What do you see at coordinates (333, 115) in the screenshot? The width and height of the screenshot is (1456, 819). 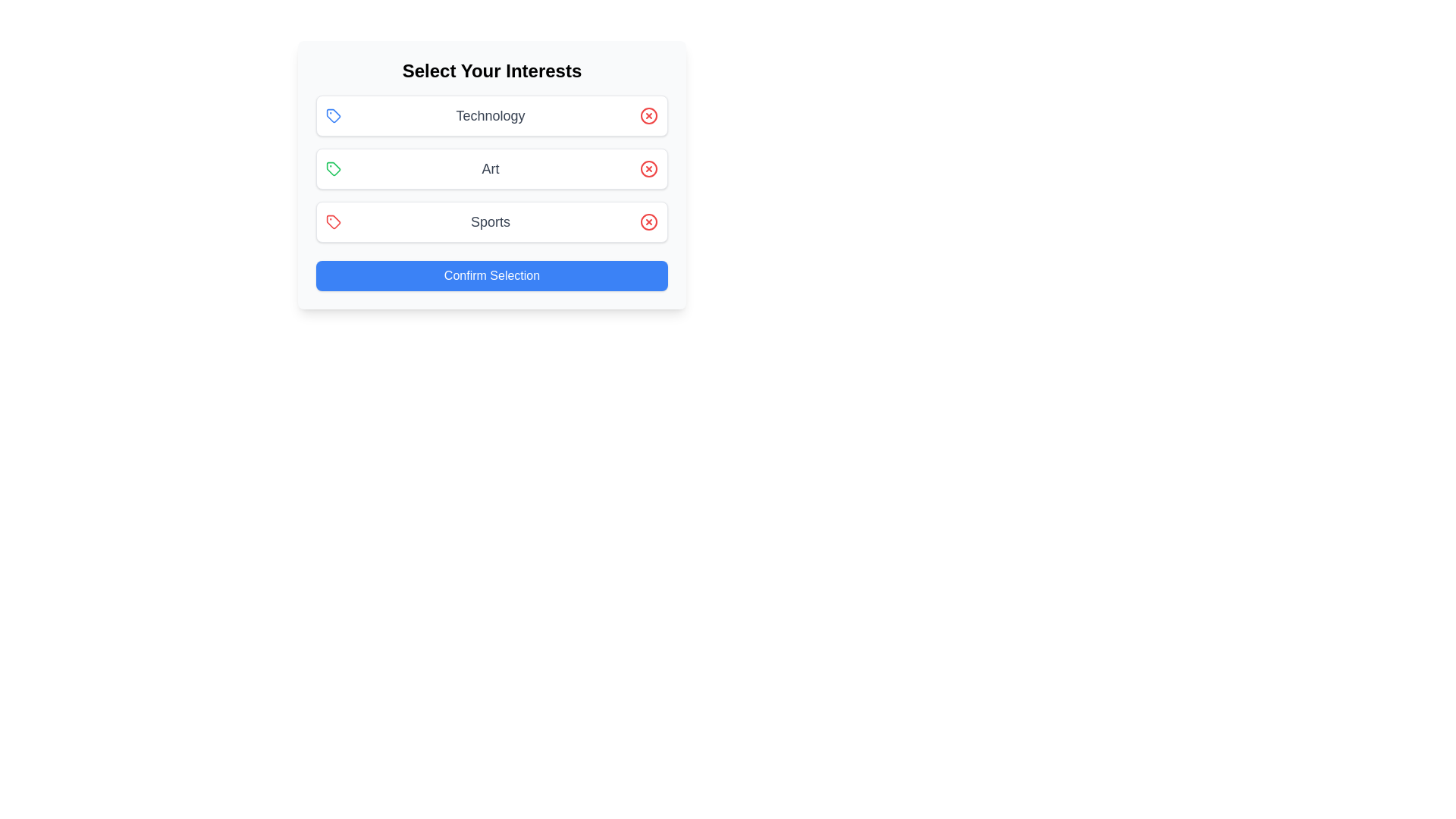 I see `the Technology Icon to observe its hover effect` at bounding box center [333, 115].